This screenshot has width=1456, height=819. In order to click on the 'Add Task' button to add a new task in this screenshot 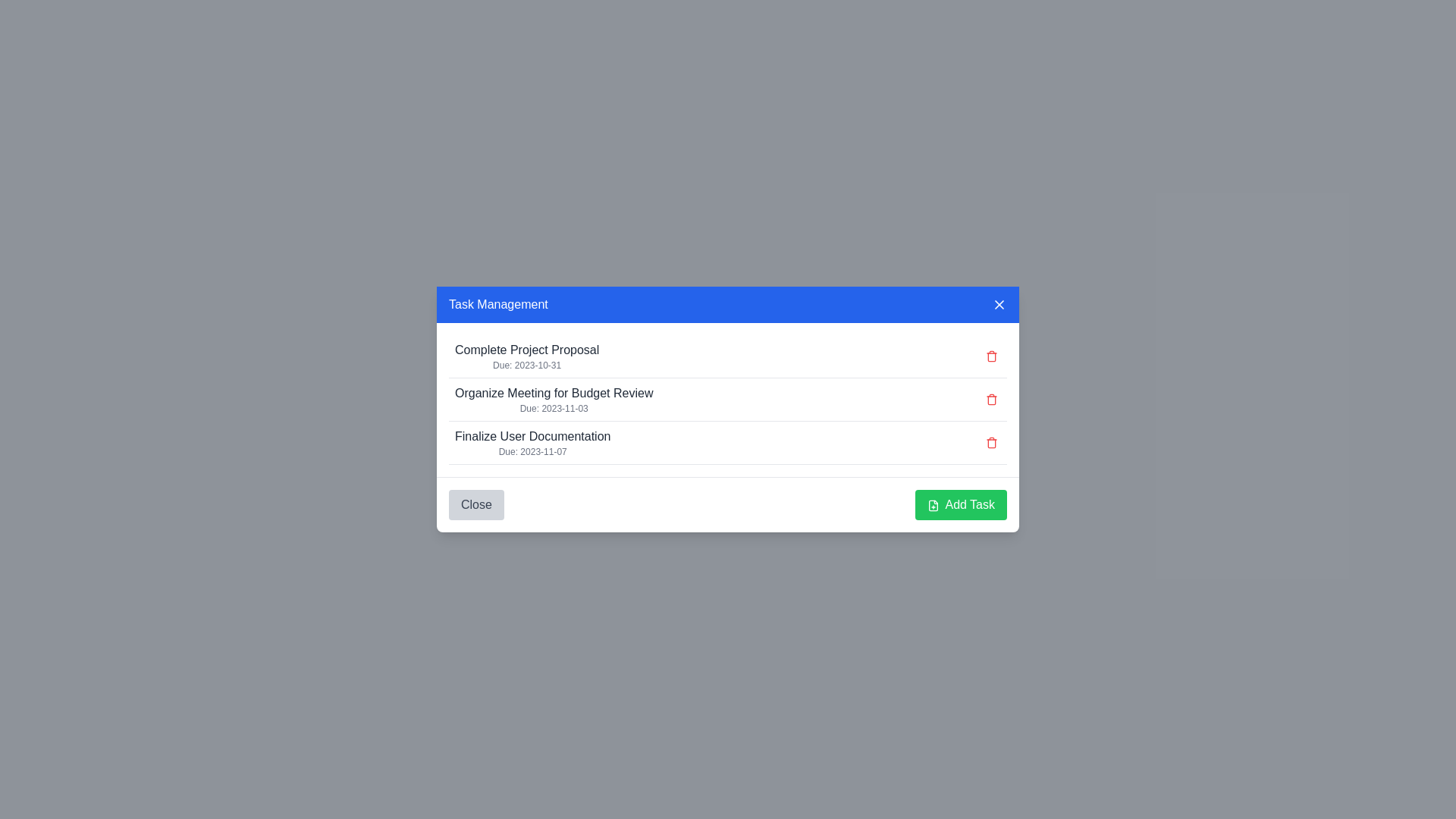, I will do `click(960, 505)`.